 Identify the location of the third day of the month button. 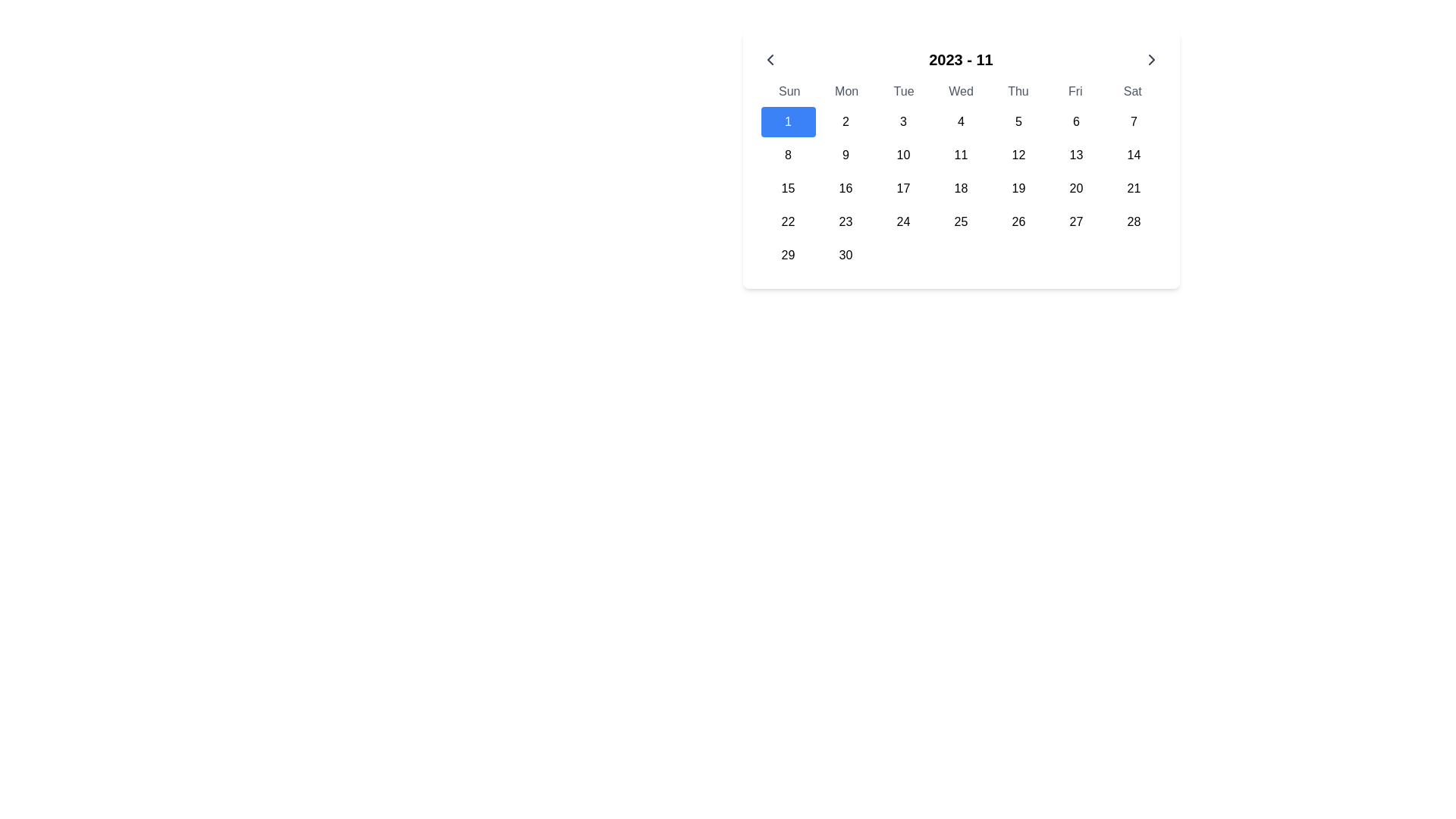
(903, 121).